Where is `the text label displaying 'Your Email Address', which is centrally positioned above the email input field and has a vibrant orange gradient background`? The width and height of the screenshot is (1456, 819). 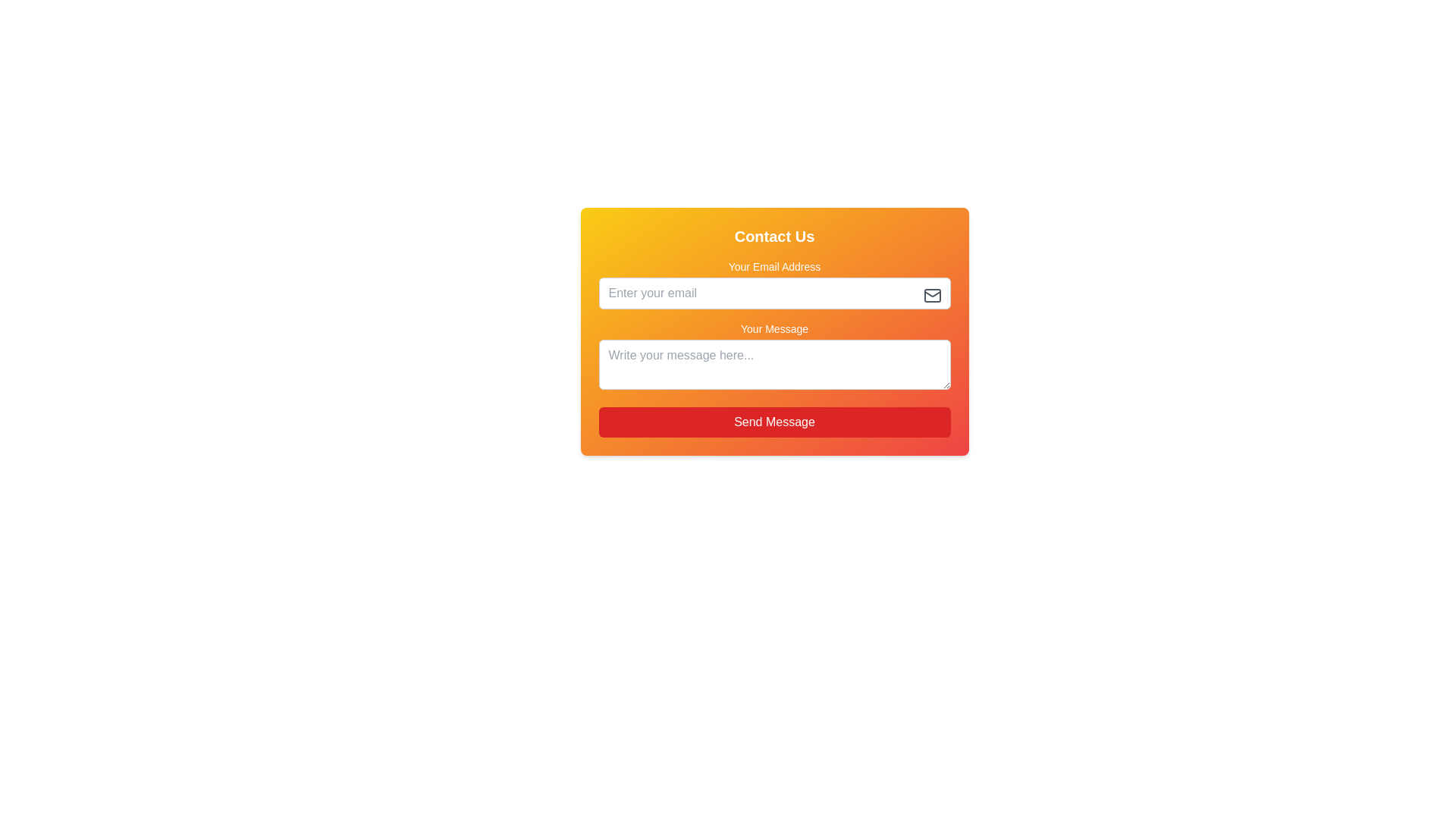 the text label displaying 'Your Email Address', which is centrally positioned above the email input field and has a vibrant orange gradient background is located at coordinates (774, 265).